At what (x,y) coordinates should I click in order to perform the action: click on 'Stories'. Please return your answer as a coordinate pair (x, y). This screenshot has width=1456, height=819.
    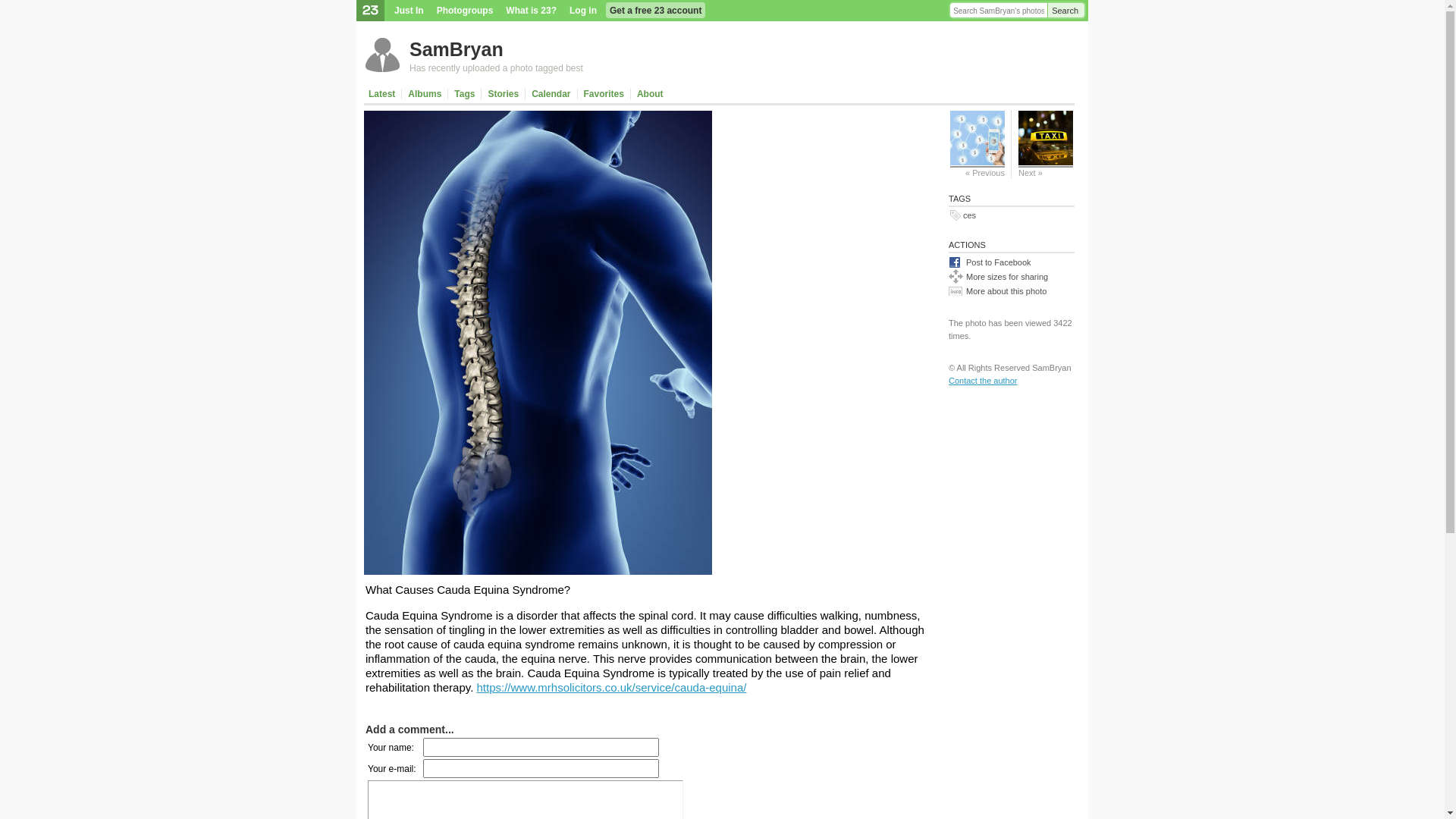
    Looking at the image, I should click on (503, 93).